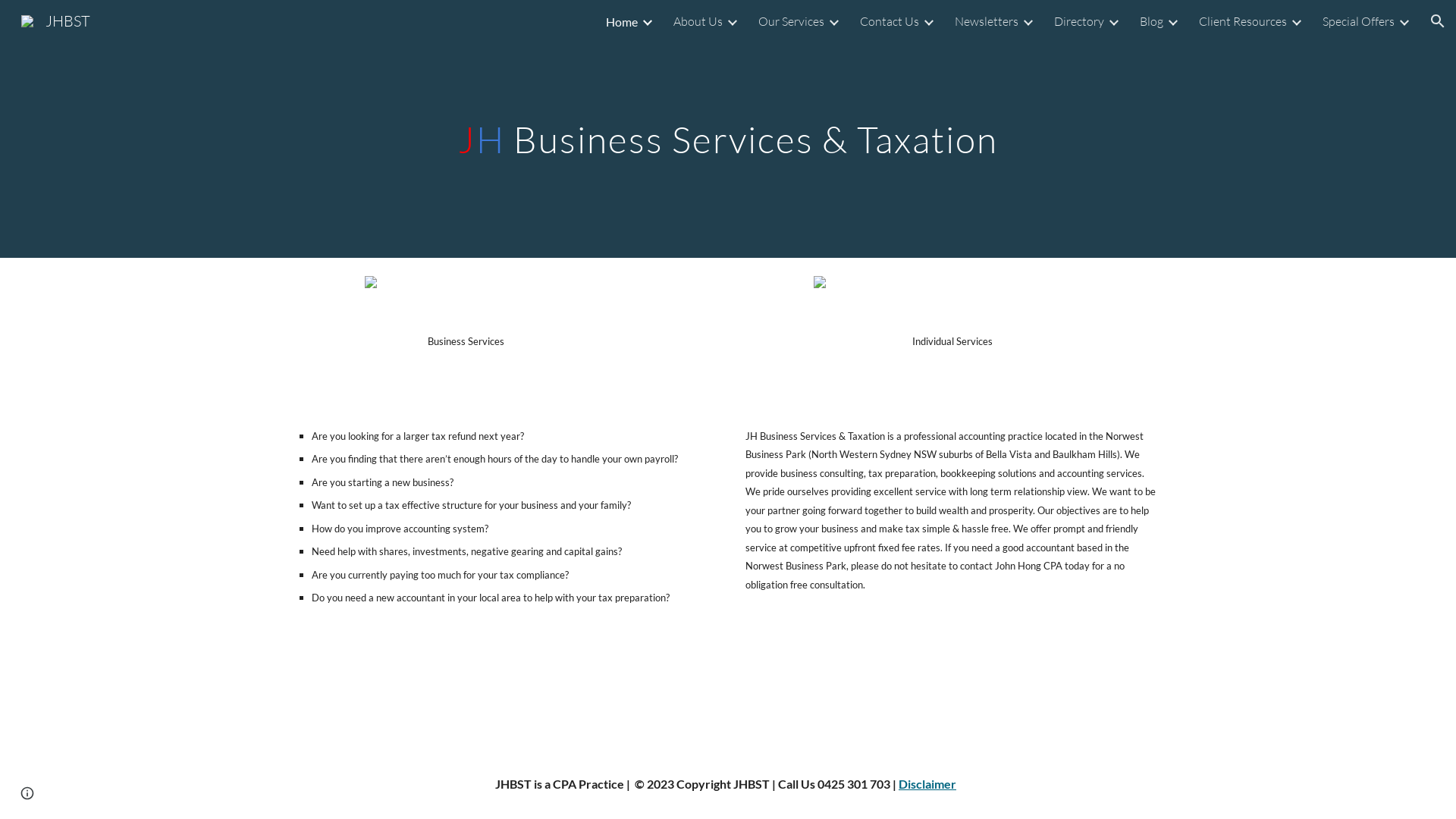 The height and width of the screenshot is (819, 1456). I want to click on 'Expand/Collapse', so click(647, 20).